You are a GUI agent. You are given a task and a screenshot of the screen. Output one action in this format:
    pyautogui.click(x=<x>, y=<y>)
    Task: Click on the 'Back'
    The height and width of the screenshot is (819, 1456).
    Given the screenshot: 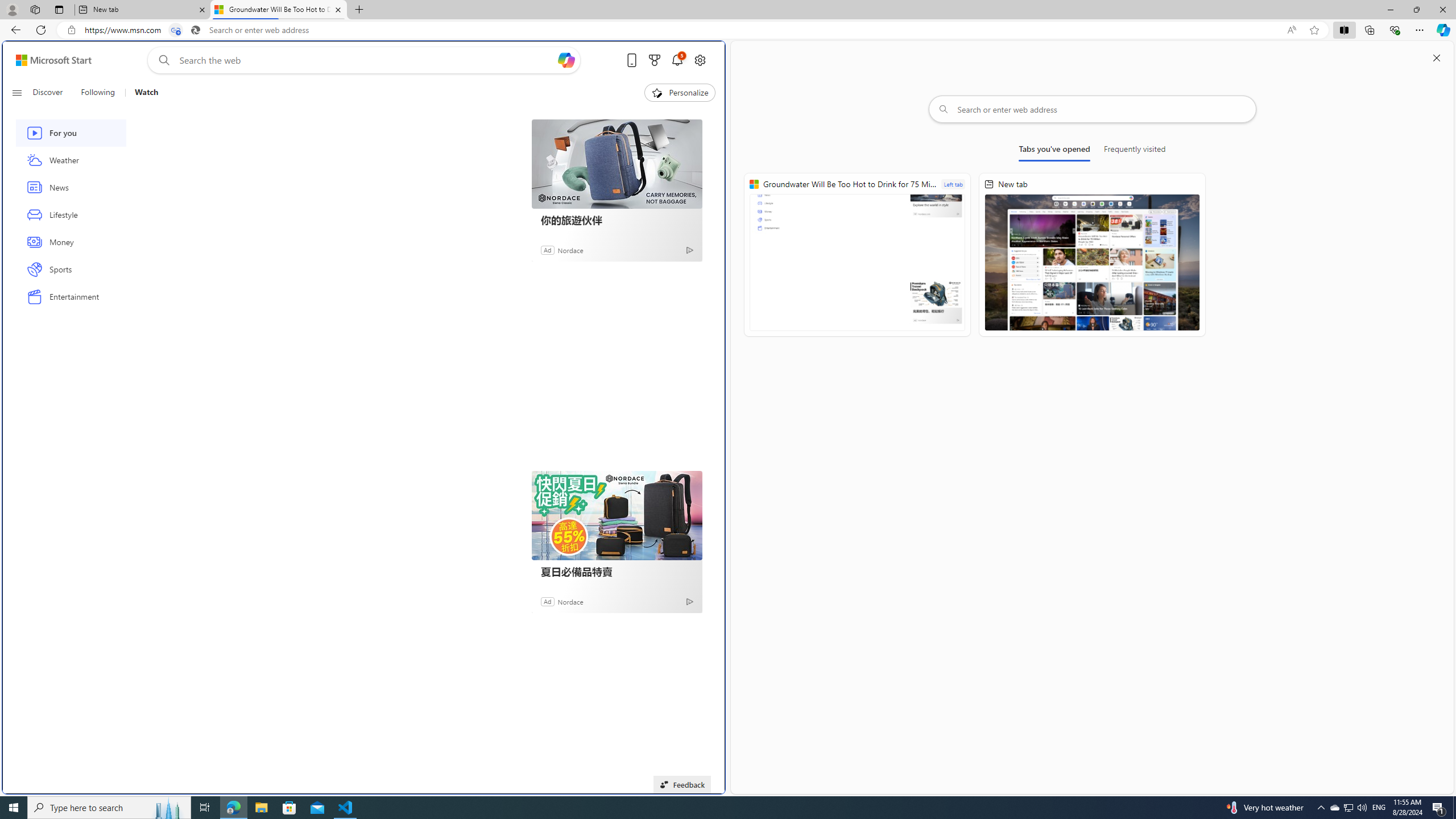 What is the action you would take?
    pyautogui.click(x=14, y=29)
    